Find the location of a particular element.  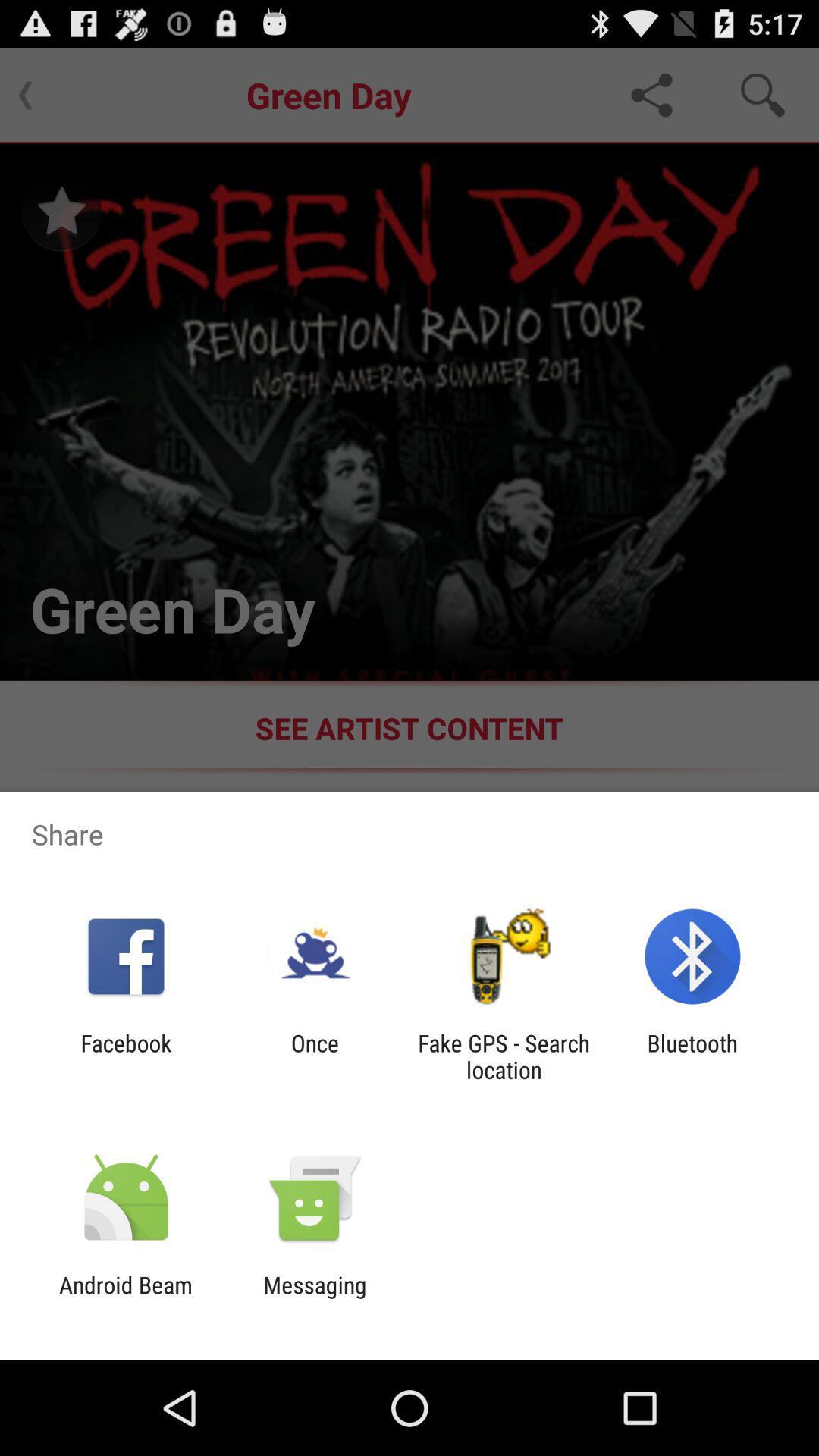

app next to the bluetooth icon is located at coordinates (504, 1056).